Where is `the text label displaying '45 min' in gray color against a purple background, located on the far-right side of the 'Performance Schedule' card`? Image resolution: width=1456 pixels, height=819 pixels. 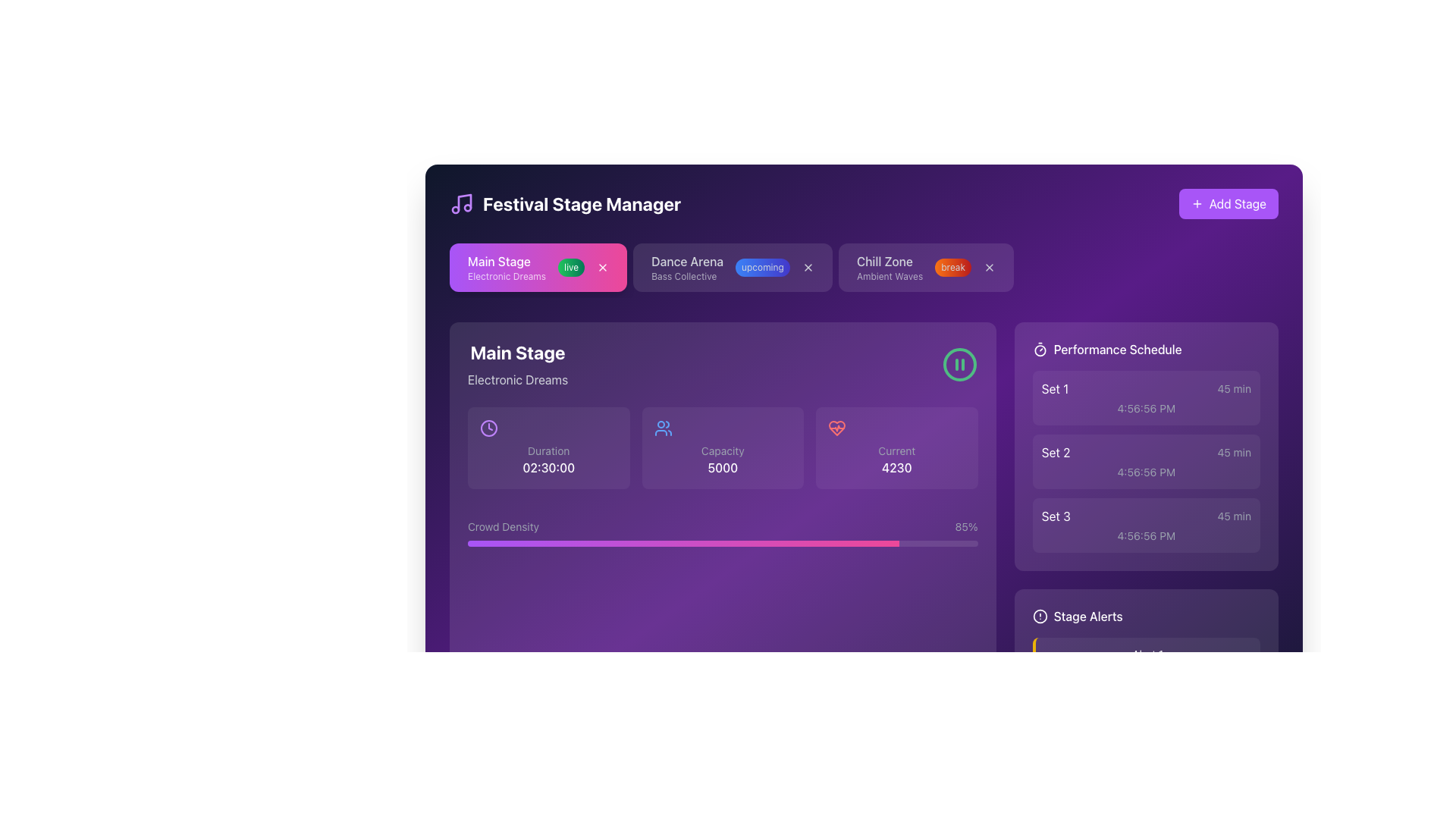
the text label displaying '45 min' in gray color against a purple background, located on the far-right side of the 'Performance Schedule' card is located at coordinates (1234, 516).